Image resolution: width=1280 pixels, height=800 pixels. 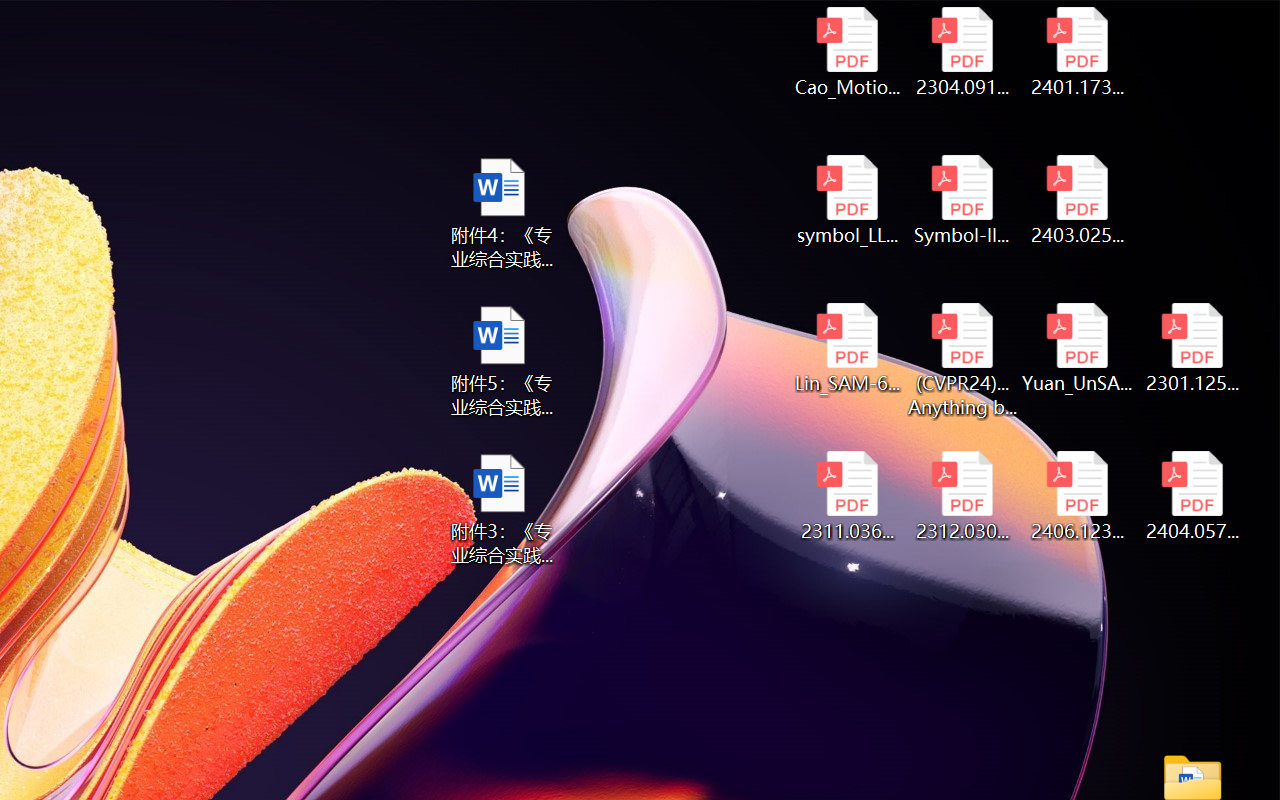 What do you see at coordinates (1192, 348) in the screenshot?
I see `'2301.12597v3.pdf'` at bounding box center [1192, 348].